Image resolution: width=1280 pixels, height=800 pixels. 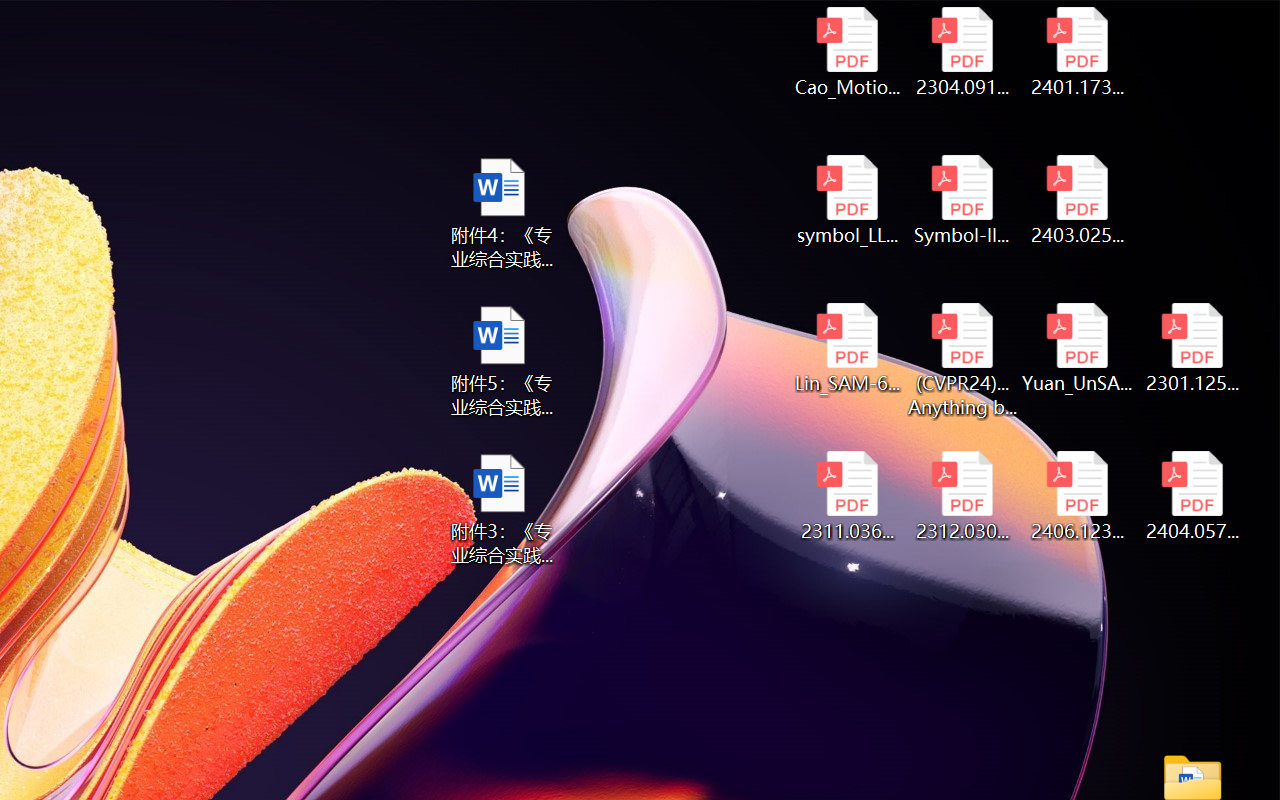 What do you see at coordinates (1192, 348) in the screenshot?
I see `'2301.12597v3.pdf'` at bounding box center [1192, 348].